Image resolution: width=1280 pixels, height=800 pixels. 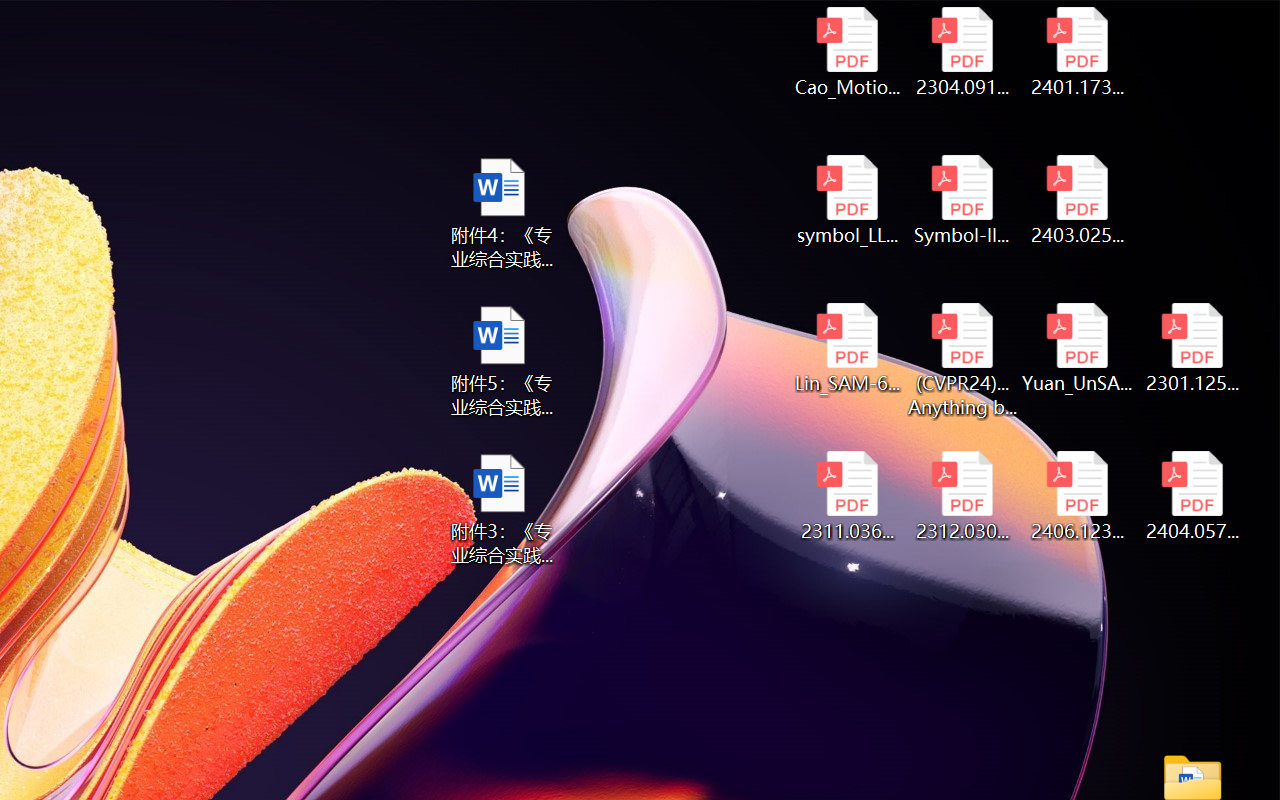 What do you see at coordinates (1192, 348) in the screenshot?
I see `'2301.12597v3.pdf'` at bounding box center [1192, 348].